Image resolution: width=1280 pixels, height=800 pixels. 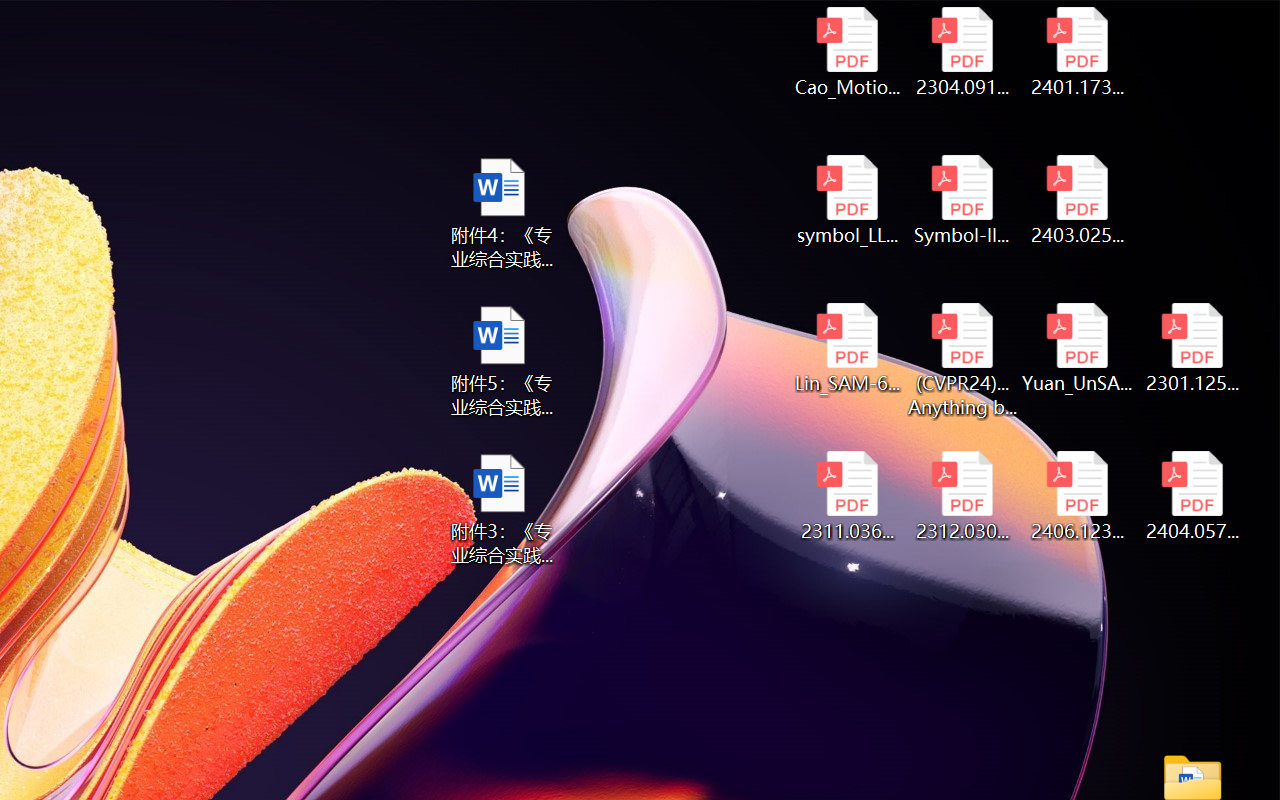 What do you see at coordinates (1192, 348) in the screenshot?
I see `'2301.12597v3.pdf'` at bounding box center [1192, 348].